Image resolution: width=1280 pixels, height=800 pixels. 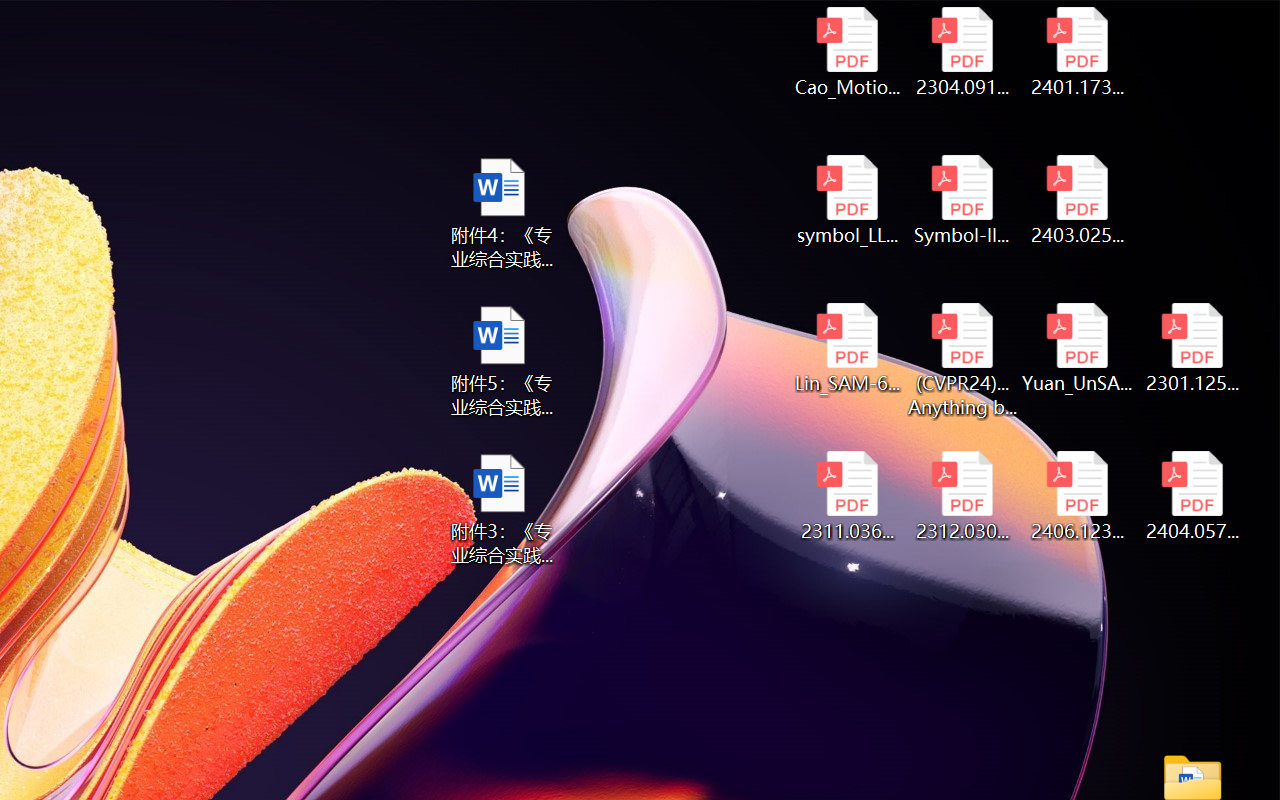 What do you see at coordinates (1192, 348) in the screenshot?
I see `'2301.12597v3.pdf'` at bounding box center [1192, 348].